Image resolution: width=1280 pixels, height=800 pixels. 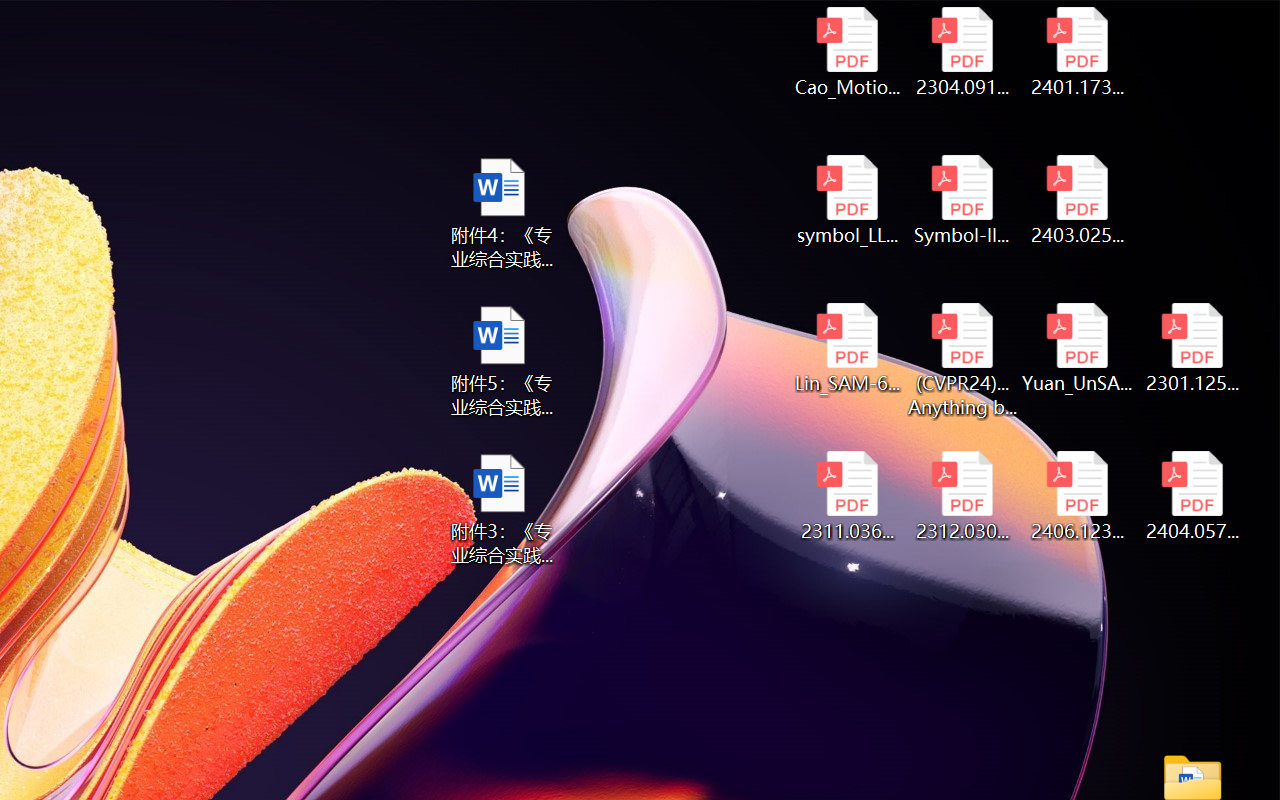 What do you see at coordinates (1192, 348) in the screenshot?
I see `'2301.12597v3.pdf'` at bounding box center [1192, 348].